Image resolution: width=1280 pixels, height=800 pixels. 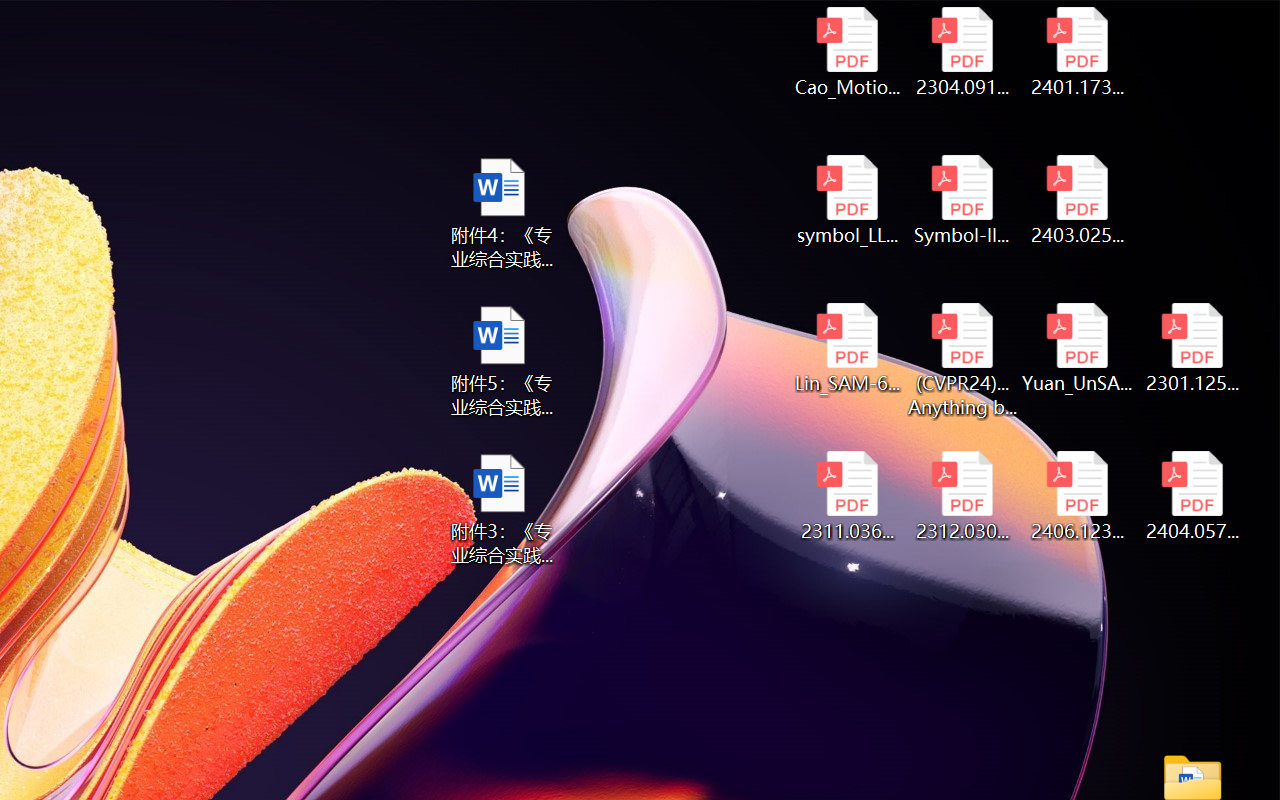 What do you see at coordinates (1192, 348) in the screenshot?
I see `'2301.12597v3.pdf'` at bounding box center [1192, 348].